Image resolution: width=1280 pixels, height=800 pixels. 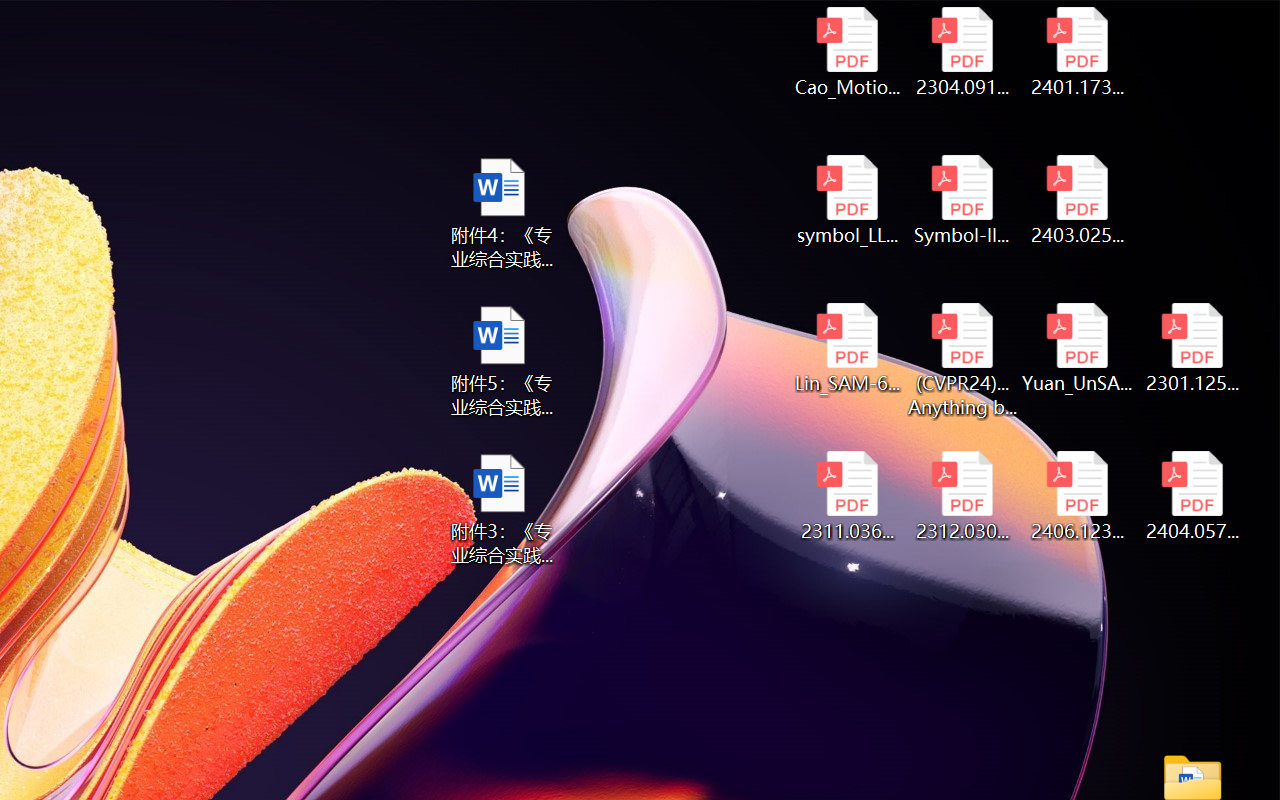 What do you see at coordinates (1192, 348) in the screenshot?
I see `'2301.12597v3.pdf'` at bounding box center [1192, 348].